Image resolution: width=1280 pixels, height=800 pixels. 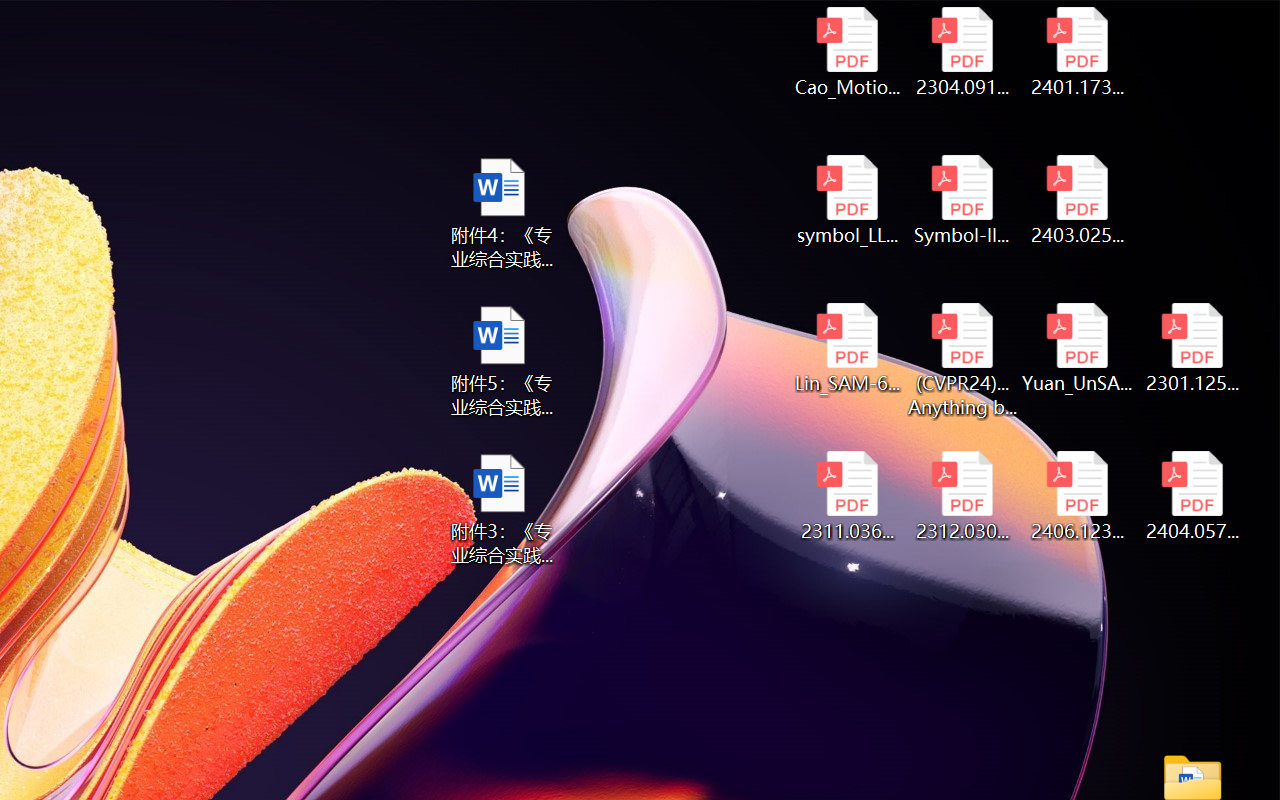 What do you see at coordinates (1192, 348) in the screenshot?
I see `'2301.12597v3.pdf'` at bounding box center [1192, 348].